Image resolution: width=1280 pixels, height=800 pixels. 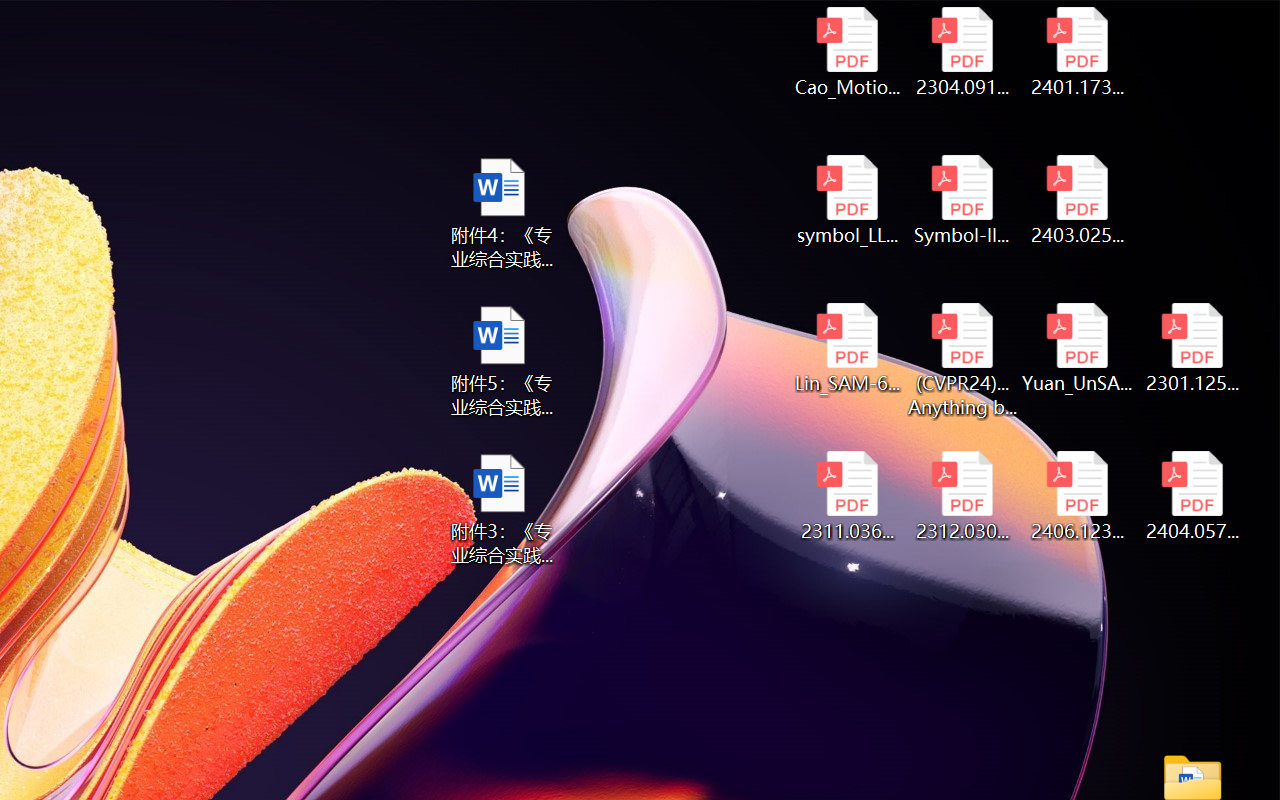 What do you see at coordinates (1192, 348) in the screenshot?
I see `'2301.12597v3.pdf'` at bounding box center [1192, 348].